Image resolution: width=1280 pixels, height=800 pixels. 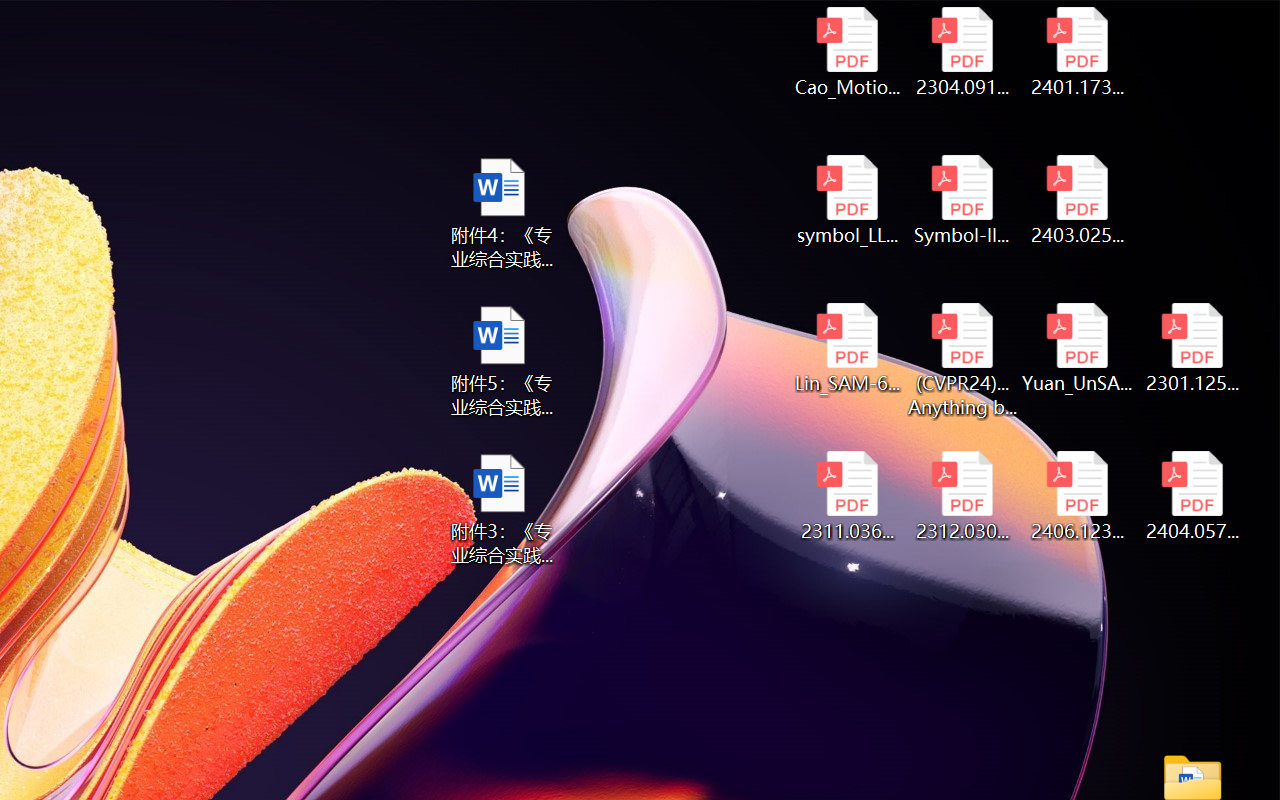 What do you see at coordinates (1192, 348) in the screenshot?
I see `'2301.12597v3.pdf'` at bounding box center [1192, 348].